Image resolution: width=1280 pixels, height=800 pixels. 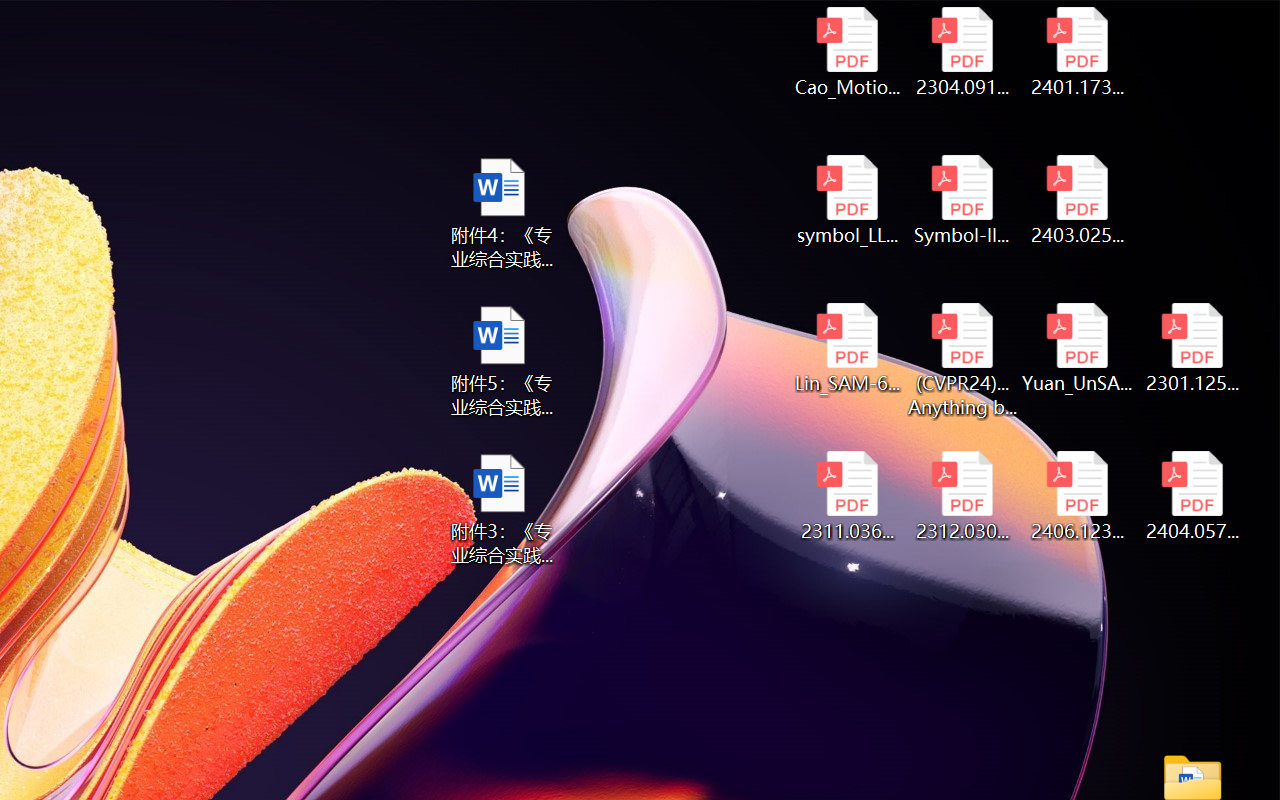 What do you see at coordinates (1192, 348) in the screenshot?
I see `'2301.12597v3.pdf'` at bounding box center [1192, 348].